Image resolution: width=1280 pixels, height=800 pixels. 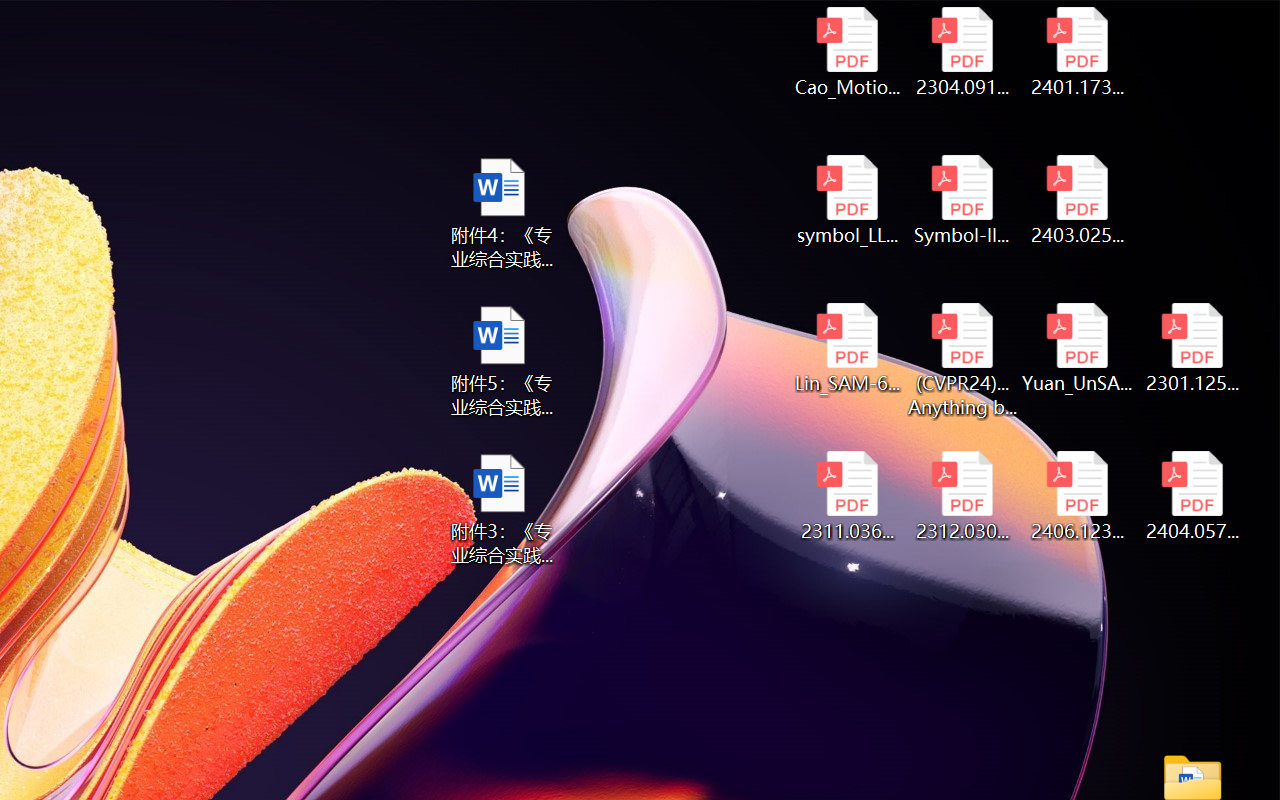 What do you see at coordinates (1192, 348) in the screenshot?
I see `'2301.12597v3.pdf'` at bounding box center [1192, 348].